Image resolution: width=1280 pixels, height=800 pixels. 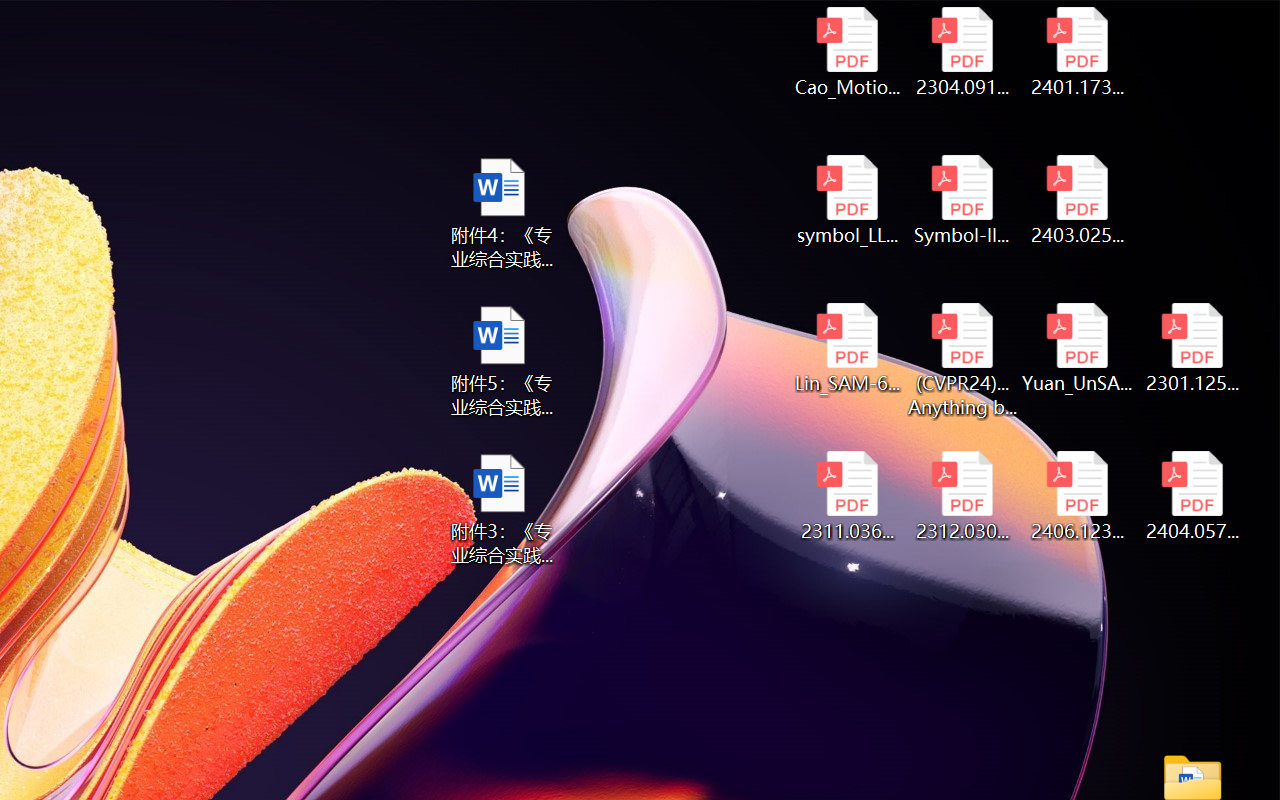 What do you see at coordinates (1192, 348) in the screenshot?
I see `'2301.12597v3.pdf'` at bounding box center [1192, 348].